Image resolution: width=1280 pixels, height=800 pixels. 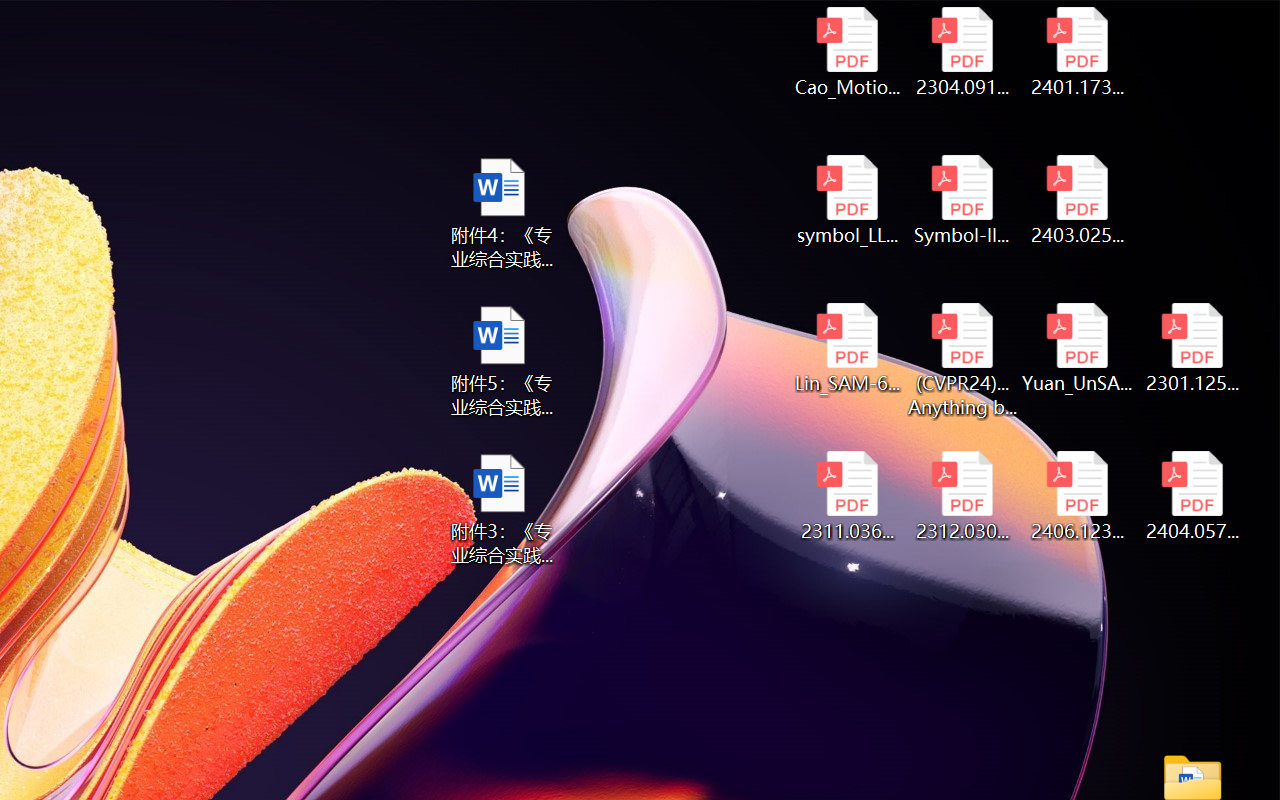 What do you see at coordinates (1192, 348) in the screenshot?
I see `'2301.12597v3.pdf'` at bounding box center [1192, 348].